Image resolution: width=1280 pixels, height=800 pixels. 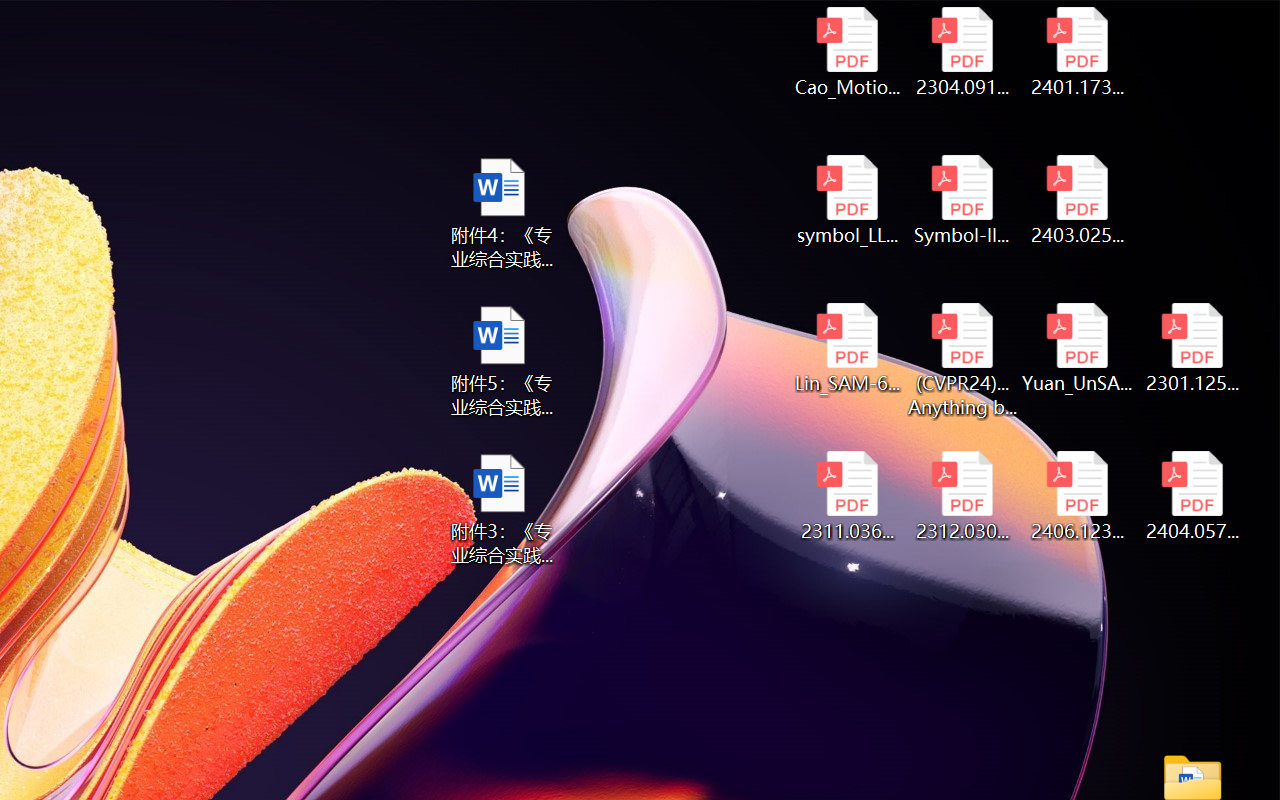 What do you see at coordinates (1192, 348) in the screenshot?
I see `'2301.12597v3.pdf'` at bounding box center [1192, 348].